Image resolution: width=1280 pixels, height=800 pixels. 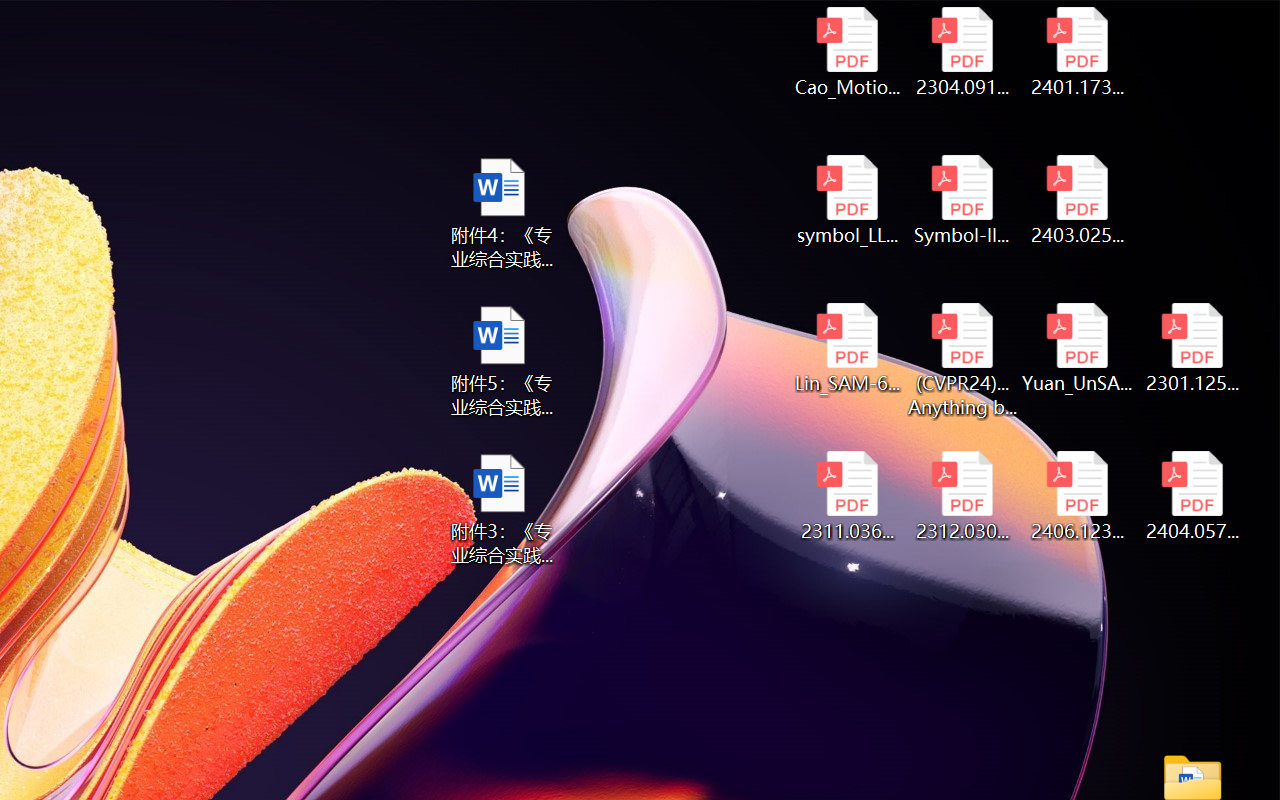 What do you see at coordinates (1192, 348) in the screenshot?
I see `'2301.12597v3.pdf'` at bounding box center [1192, 348].